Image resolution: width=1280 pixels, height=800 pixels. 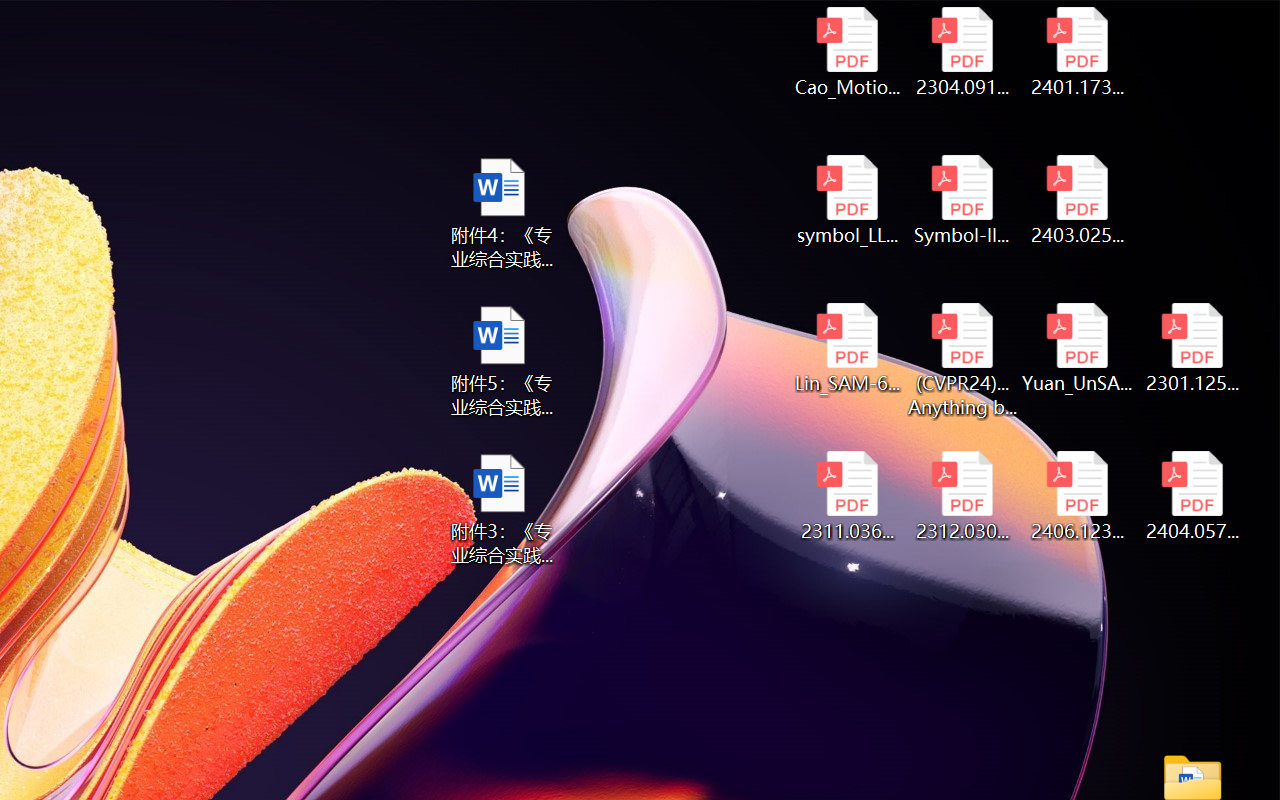 What do you see at coordinates (1192, 348) in the screenshot?
I see `'2301.12597v3.pdf'` at bounding box center [1192, 348].